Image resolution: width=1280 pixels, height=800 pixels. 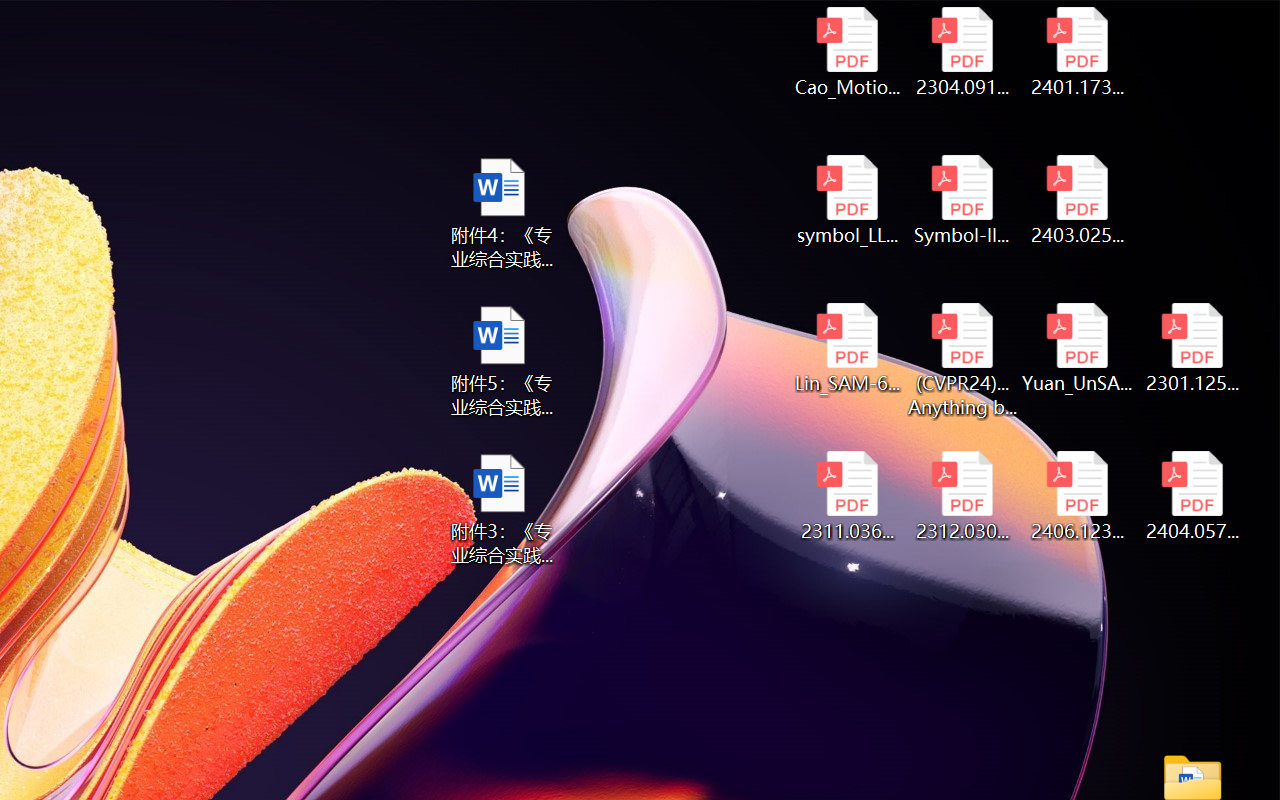 What do you see at coordinates (1192, 348) in the screenshot?
I see `'2301.12597v3.pdf'` at bounding box center [1192, 348].